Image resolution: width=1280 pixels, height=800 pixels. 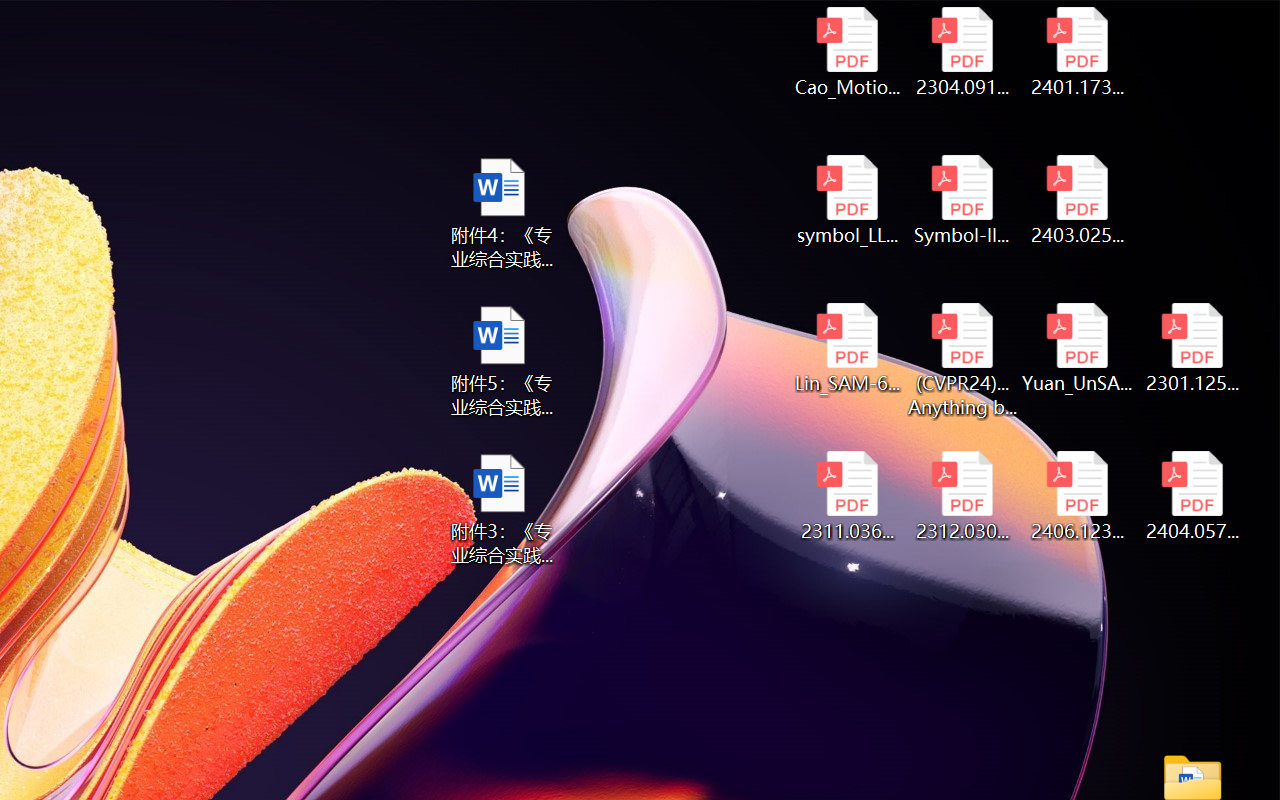 What do you see at coordinates (1192, 348) in the screenshot?
I see `'2301.12597v3.pdf'` at bounding box center [1192, 348].